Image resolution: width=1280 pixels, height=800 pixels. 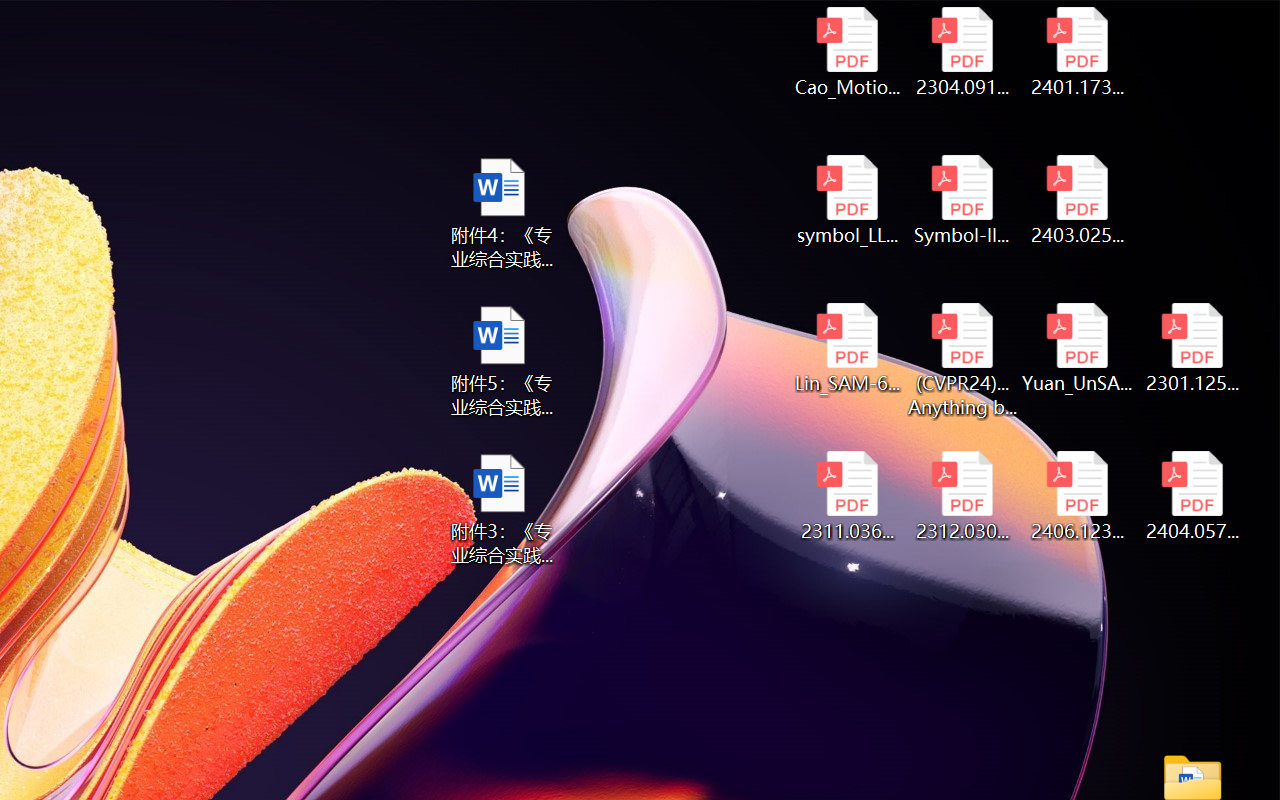 What do you see at coordinates (1192, 348) in the screenshot?
I see `'2301.12597v3.pdf'` at bounding box center [1192, 348].